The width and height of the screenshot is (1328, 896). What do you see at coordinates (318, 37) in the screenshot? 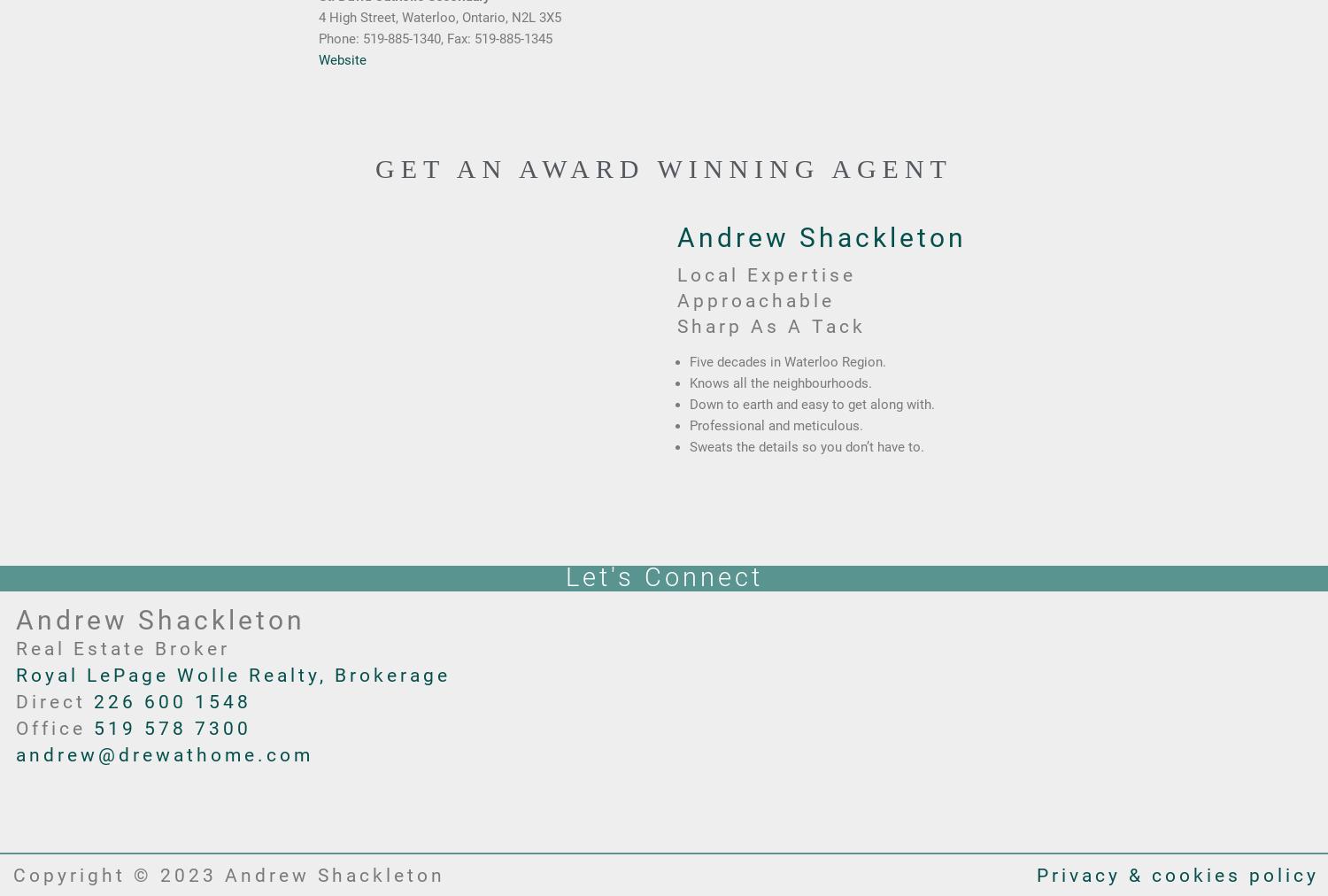
I see `'Phone: 519-885-1340, Fax: 519-885-1345'` at bounding box center [318, 37].